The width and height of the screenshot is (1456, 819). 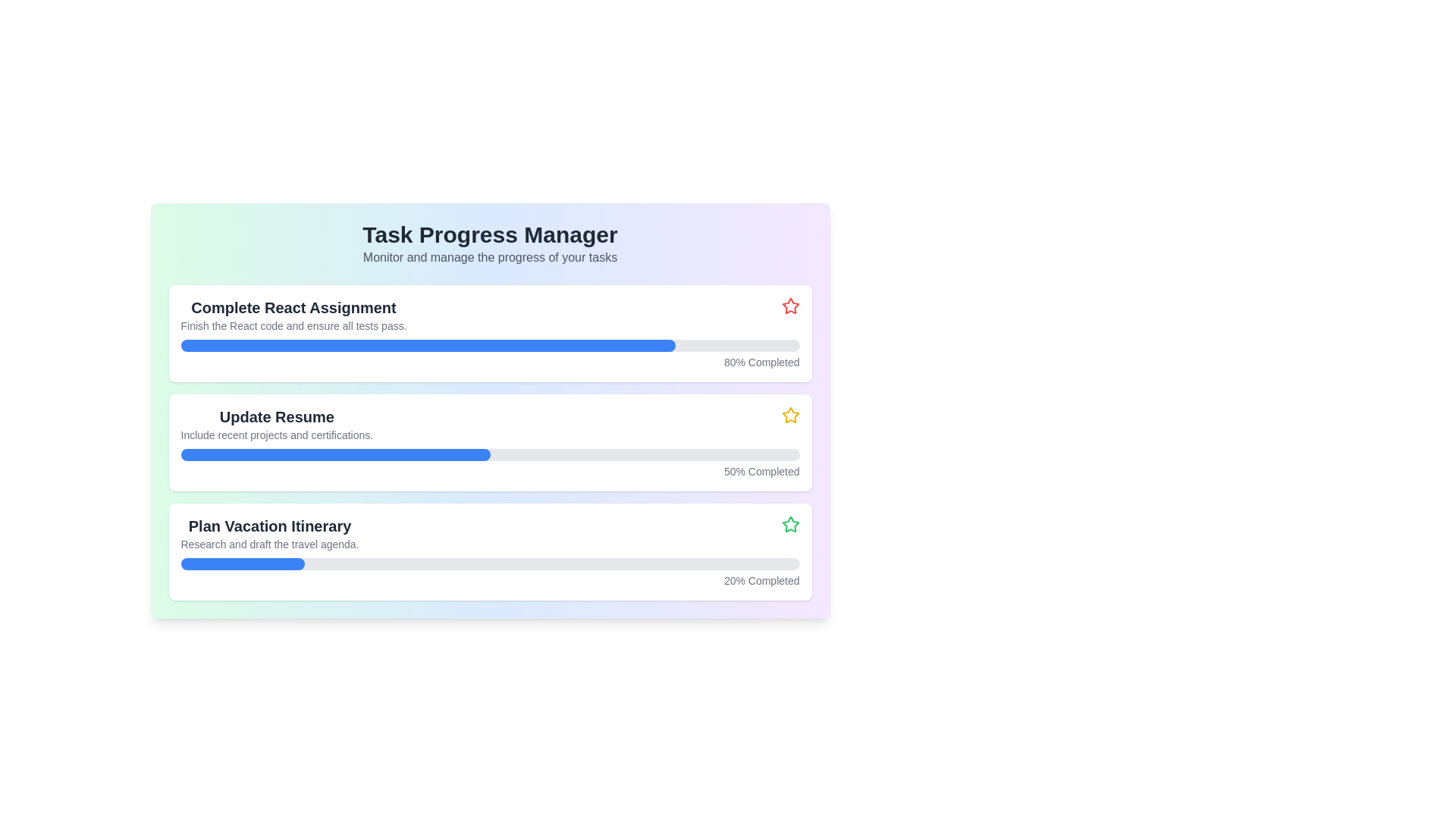 I want to click on the progress percentage represented by the filled portion of the progress bar located under the text 'Complete React Assignment' and above the '80% Completed' indicator, so click(x=427, y=345).